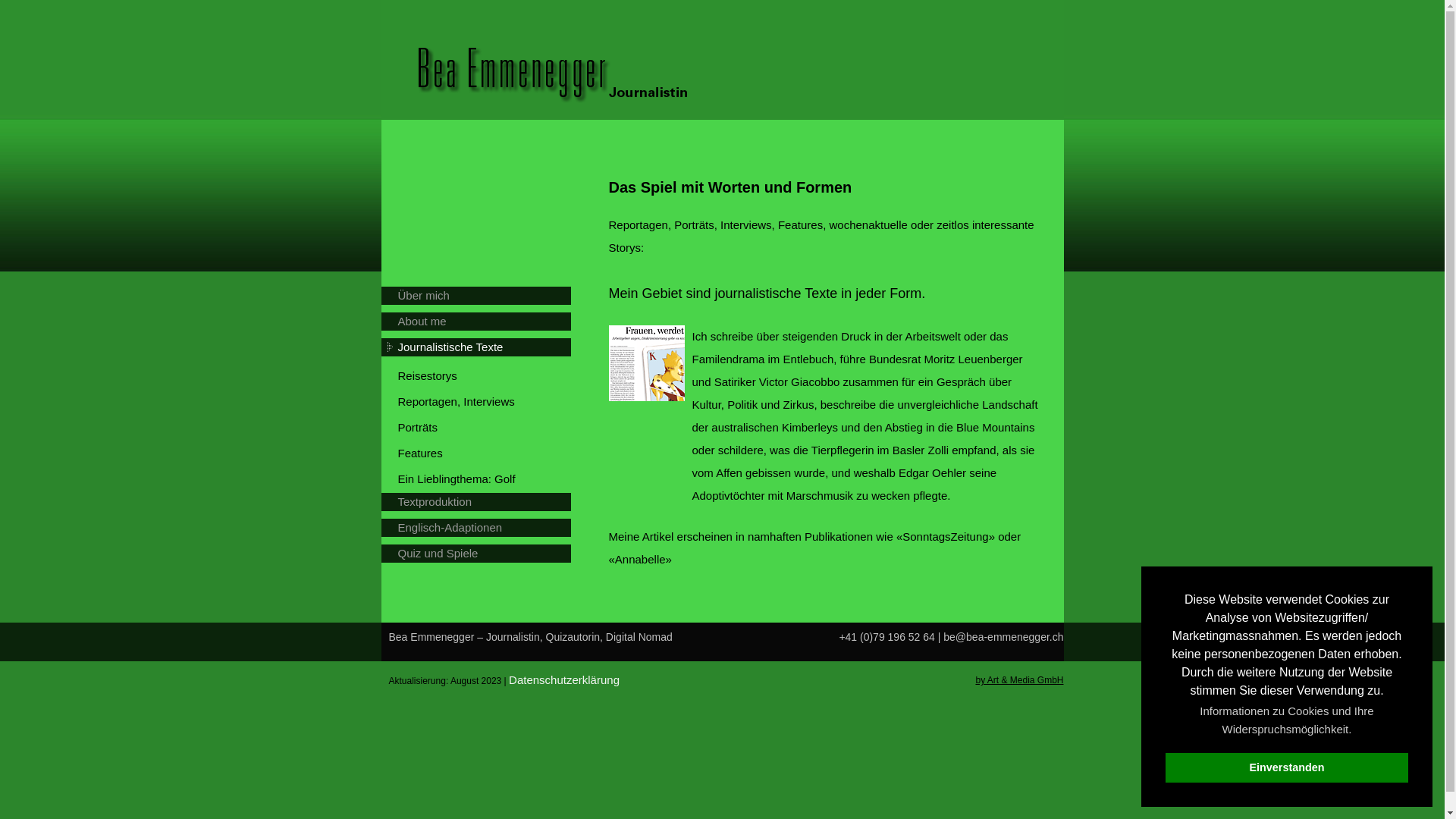  What do you see at coordinates (481, 526) in the screenshot?
I see `'Englisch-Adaptionen'` at bounding box center [481, 526].